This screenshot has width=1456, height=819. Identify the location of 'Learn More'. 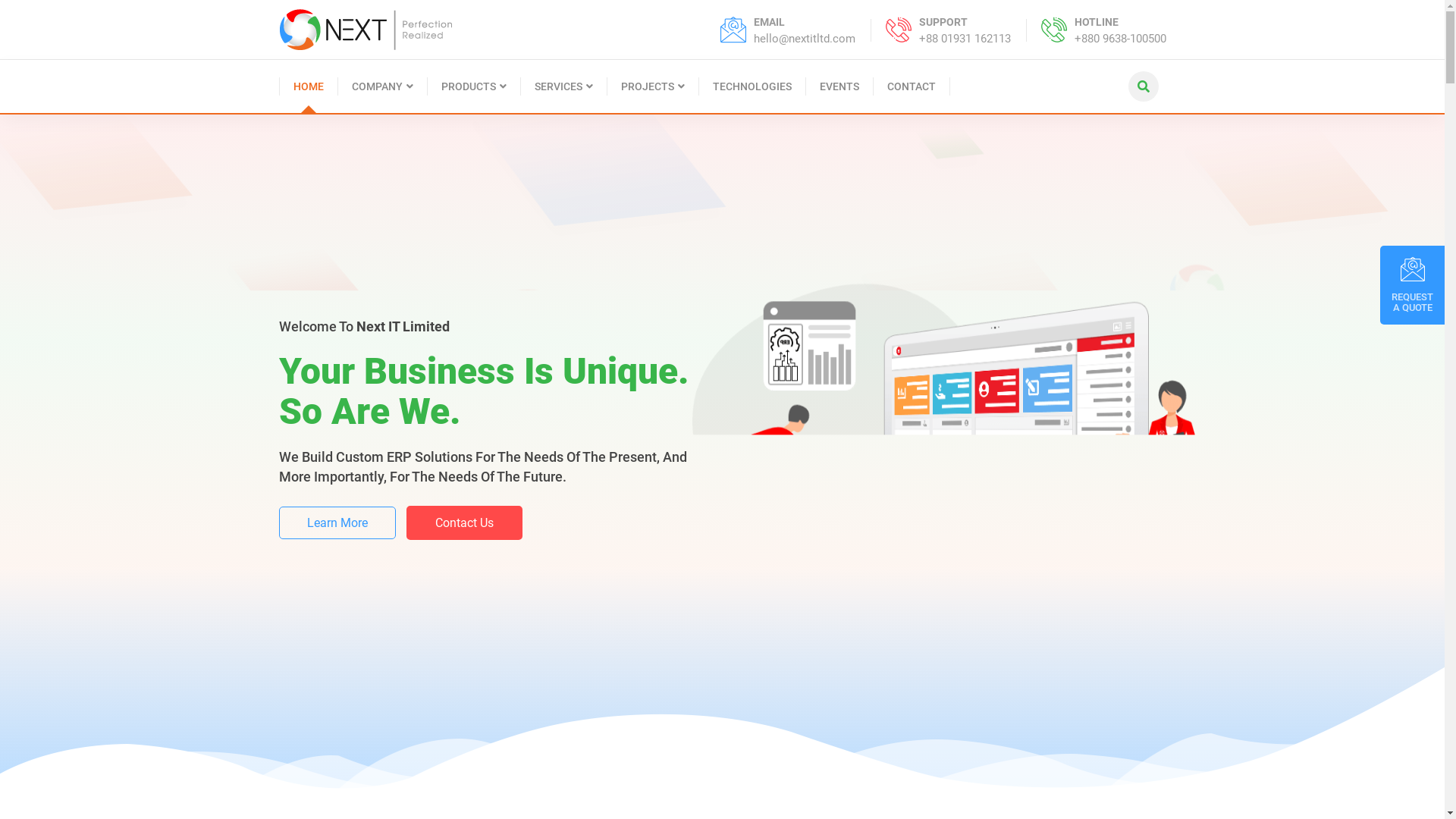
(337, 548).